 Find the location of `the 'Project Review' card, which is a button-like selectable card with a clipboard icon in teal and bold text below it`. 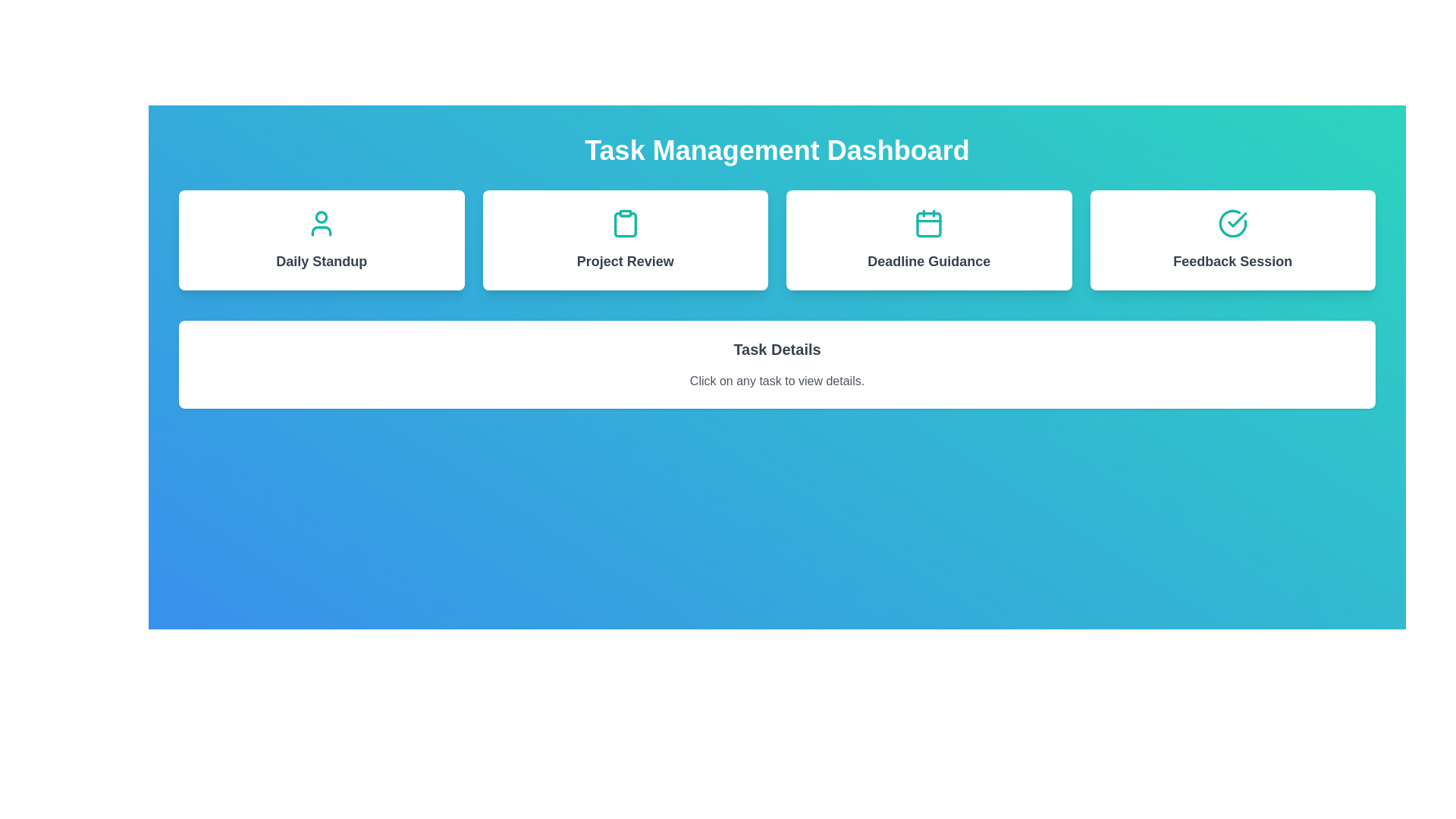

the 'Project Review' card, which is a button-like selectable card with a clipboard icon in teal and bold text below it is located at coordinates (625, 239).